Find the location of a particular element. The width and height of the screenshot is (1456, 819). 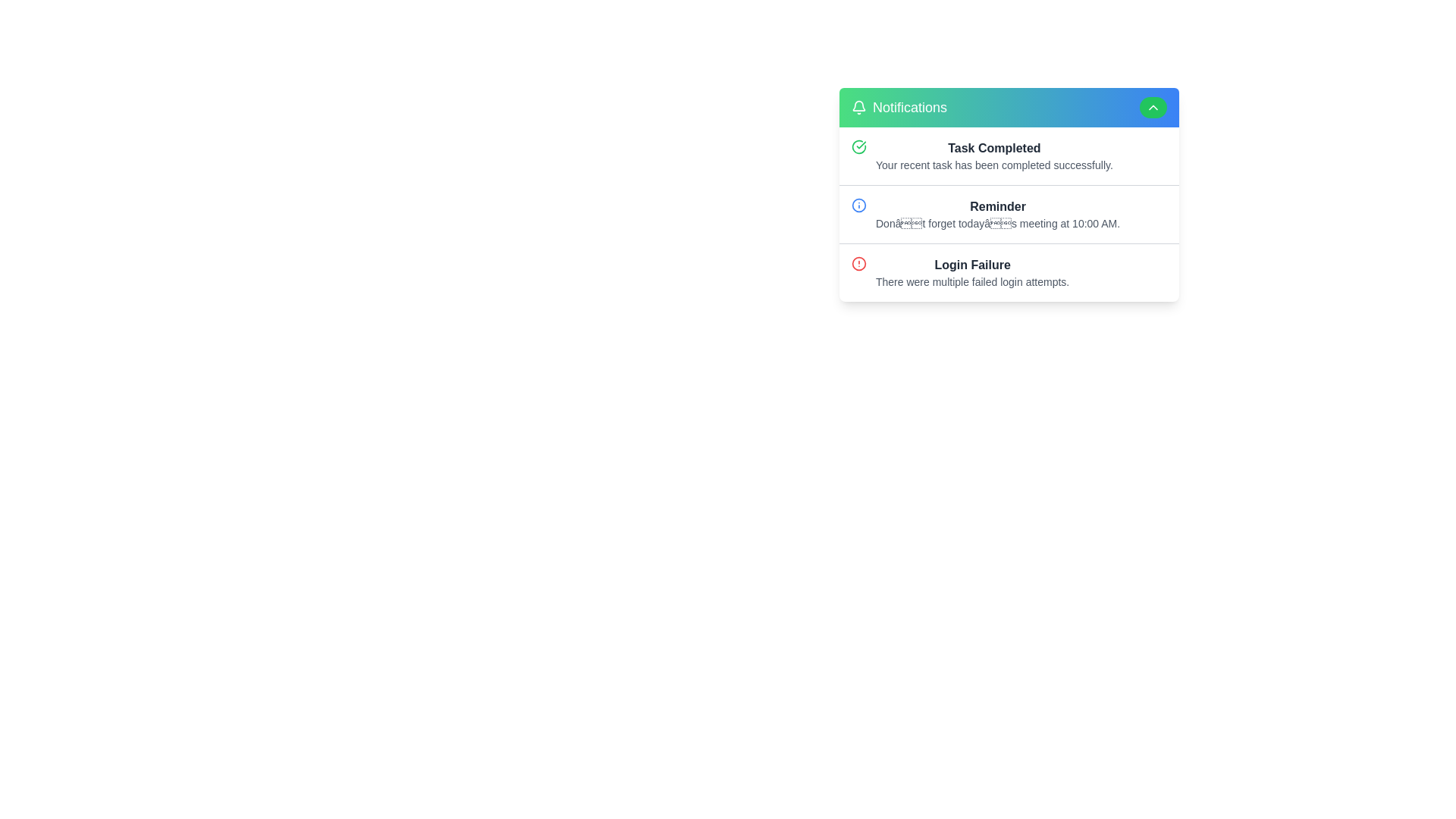

the text label that says 'Your recent task has been completed successfully,' which is located directly below the title 'Task Completed' in the notification card is located at coordinates (994, 165).